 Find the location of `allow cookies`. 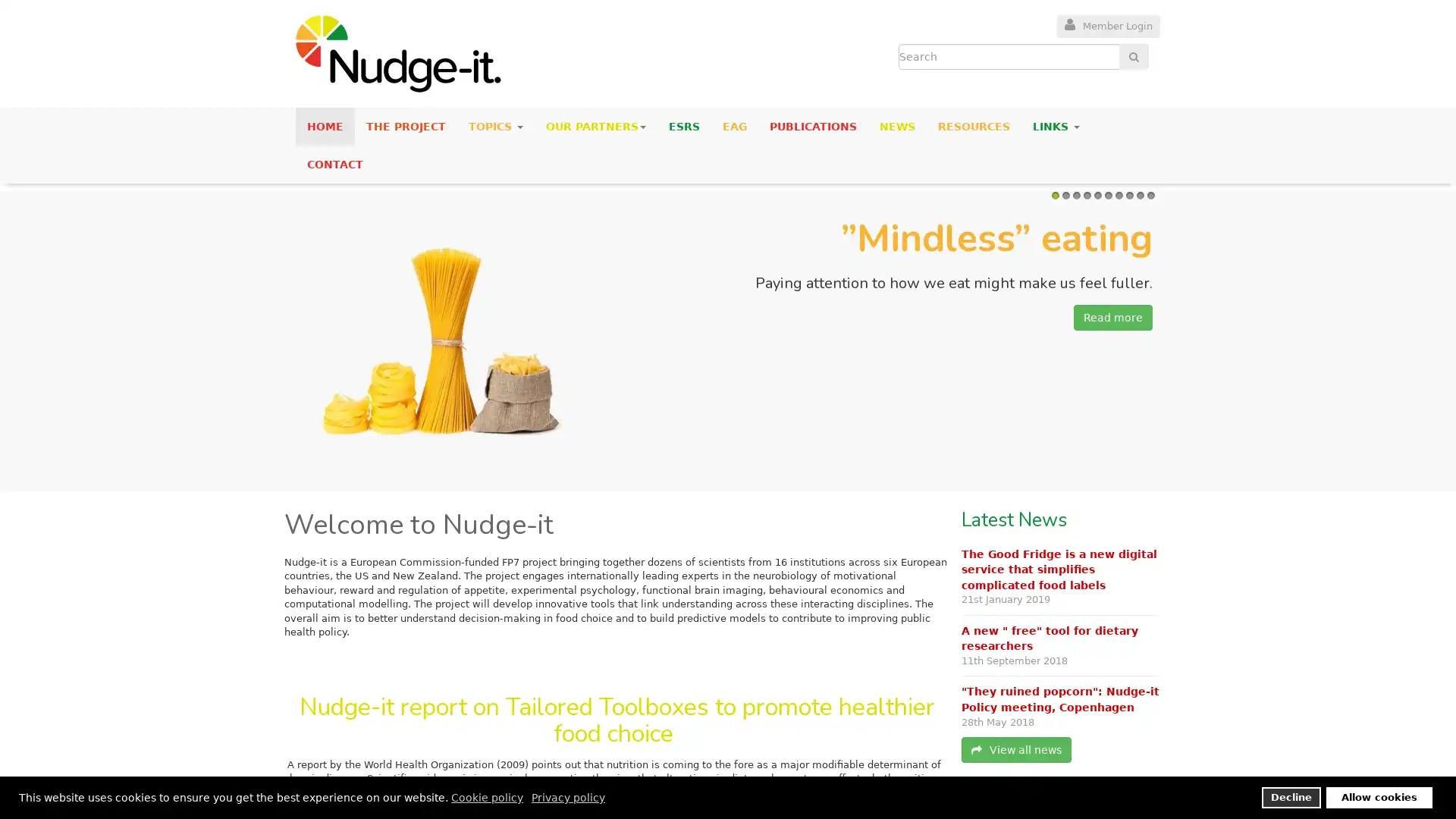

allow cookies is located at coordinates (1379, 796).